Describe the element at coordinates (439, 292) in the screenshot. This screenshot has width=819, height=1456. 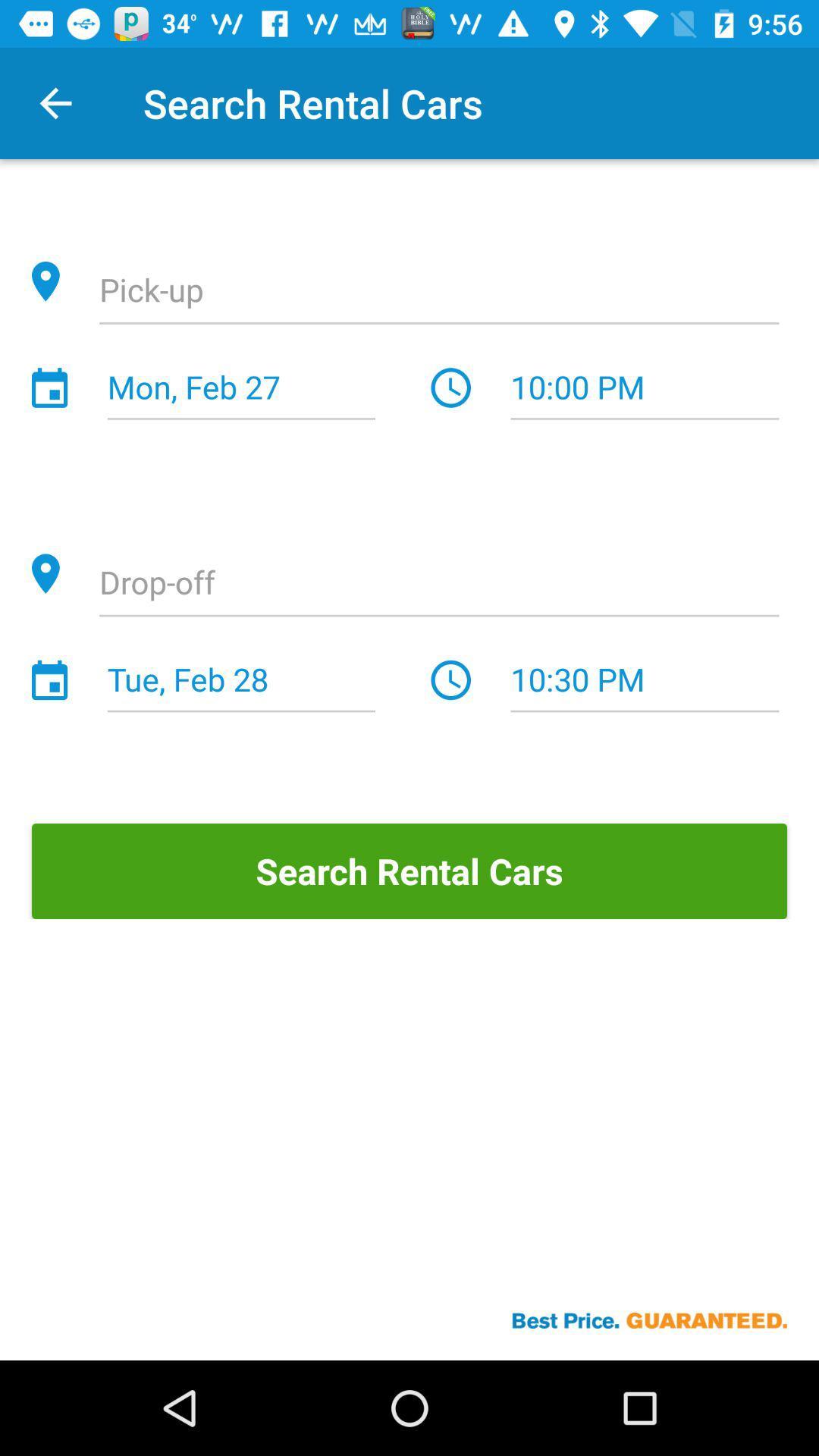
I see `detail of location for pick up` at that location.